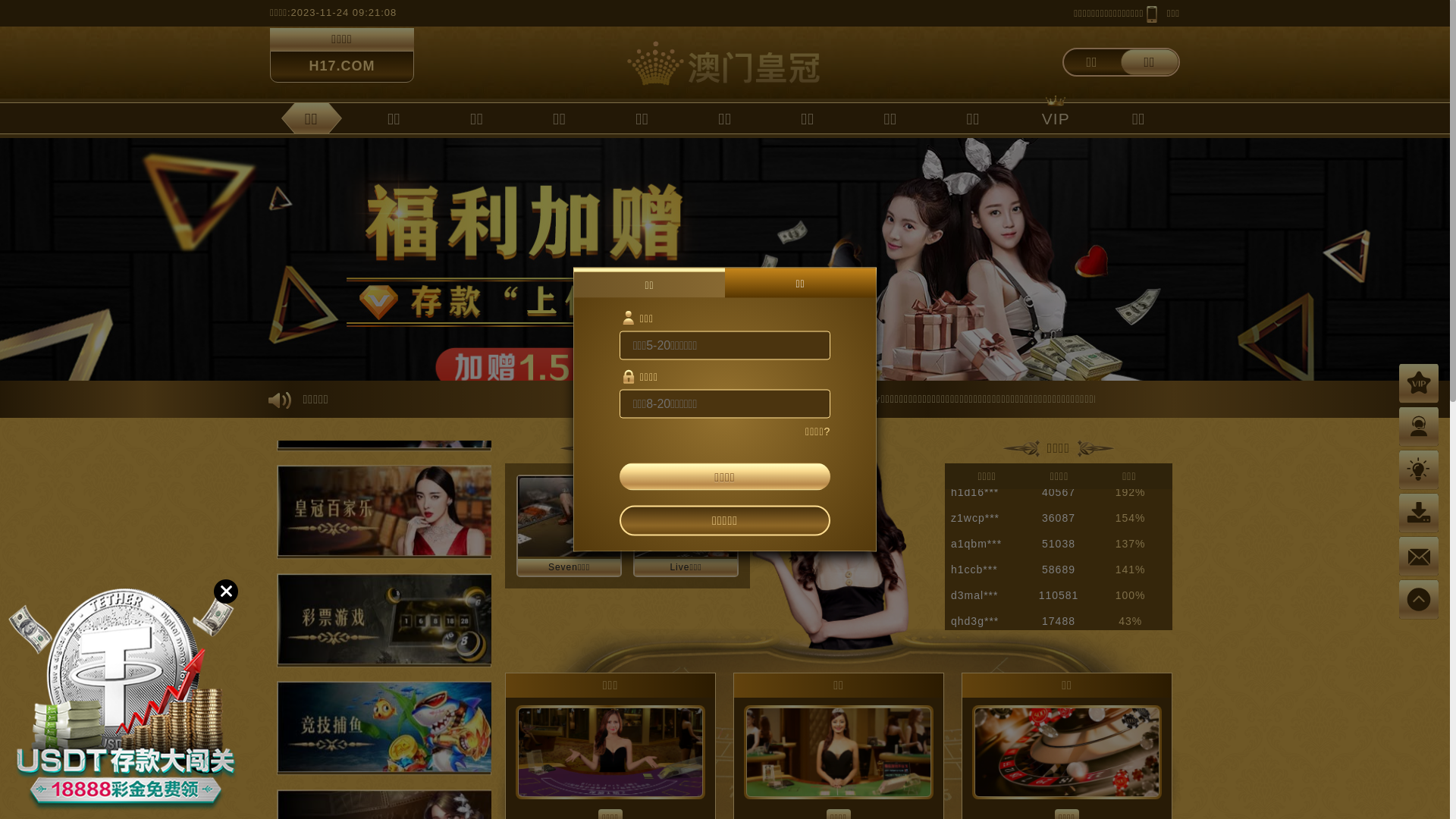  I want to click on 'VIP', so click(1055, 117).